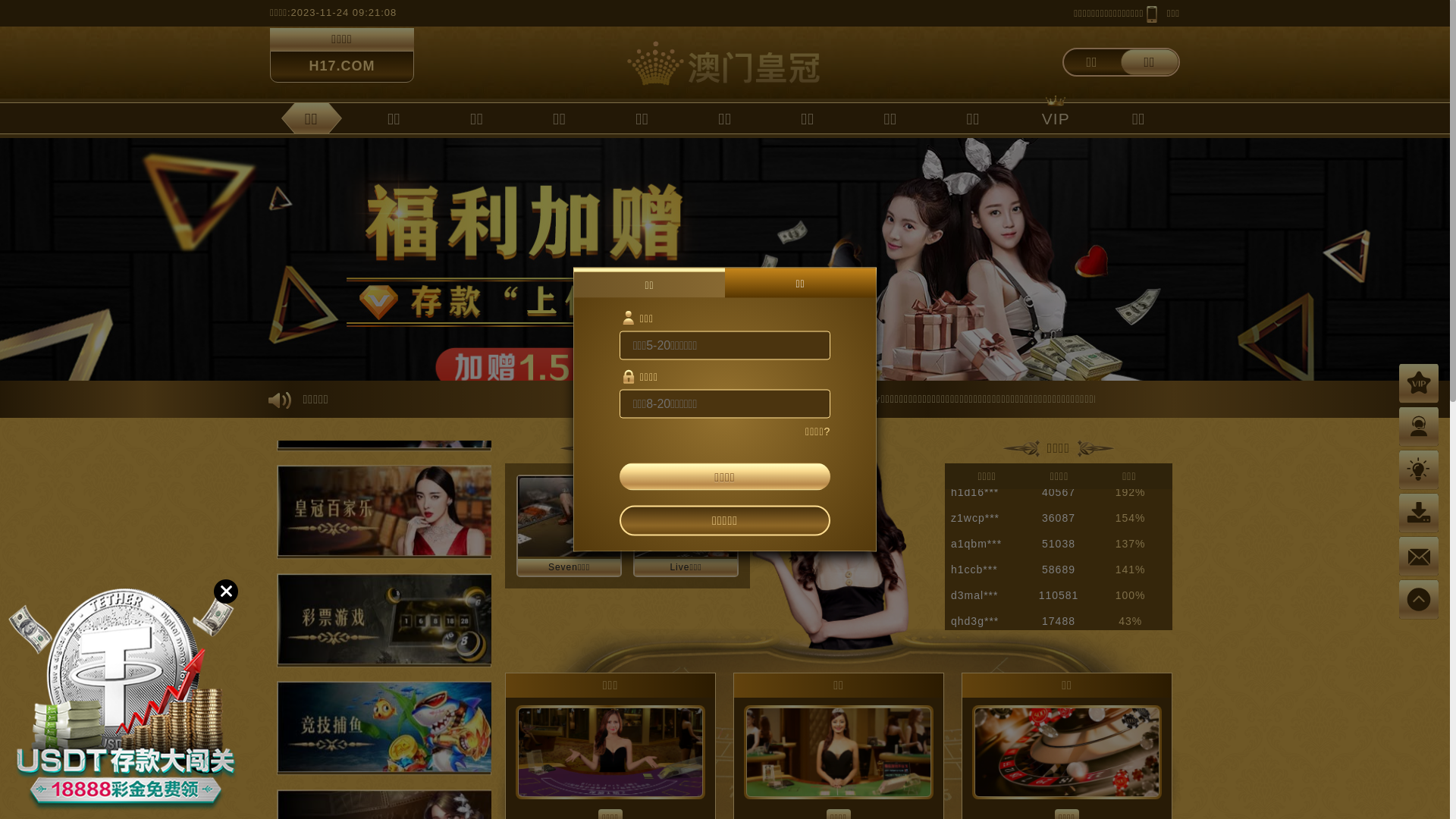  I want to click on 'VIP', so click(1055, 117).